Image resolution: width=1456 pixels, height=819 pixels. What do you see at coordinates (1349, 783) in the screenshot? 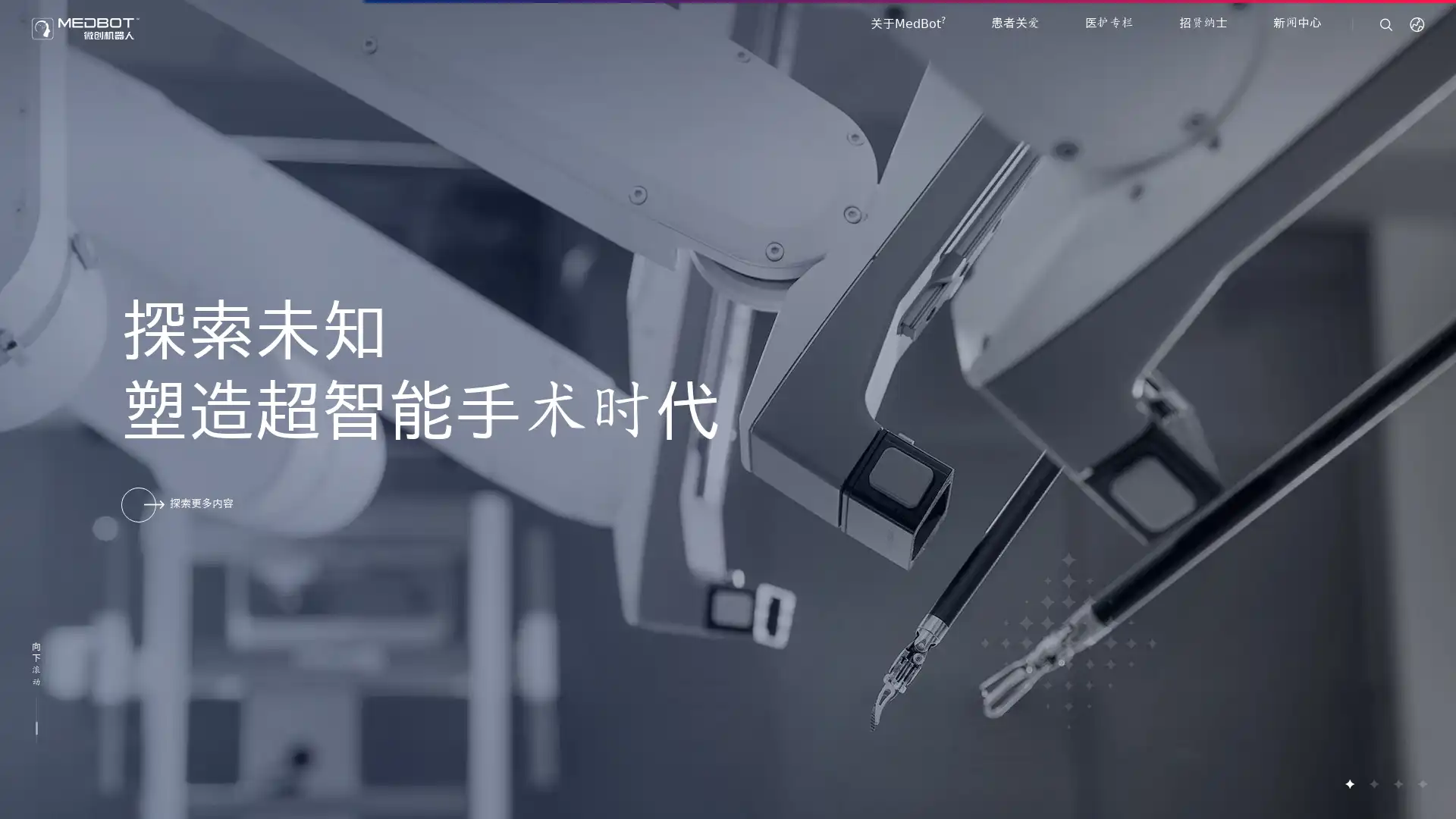
I see `Go to slide 1` at bounding box center [1349, 783].